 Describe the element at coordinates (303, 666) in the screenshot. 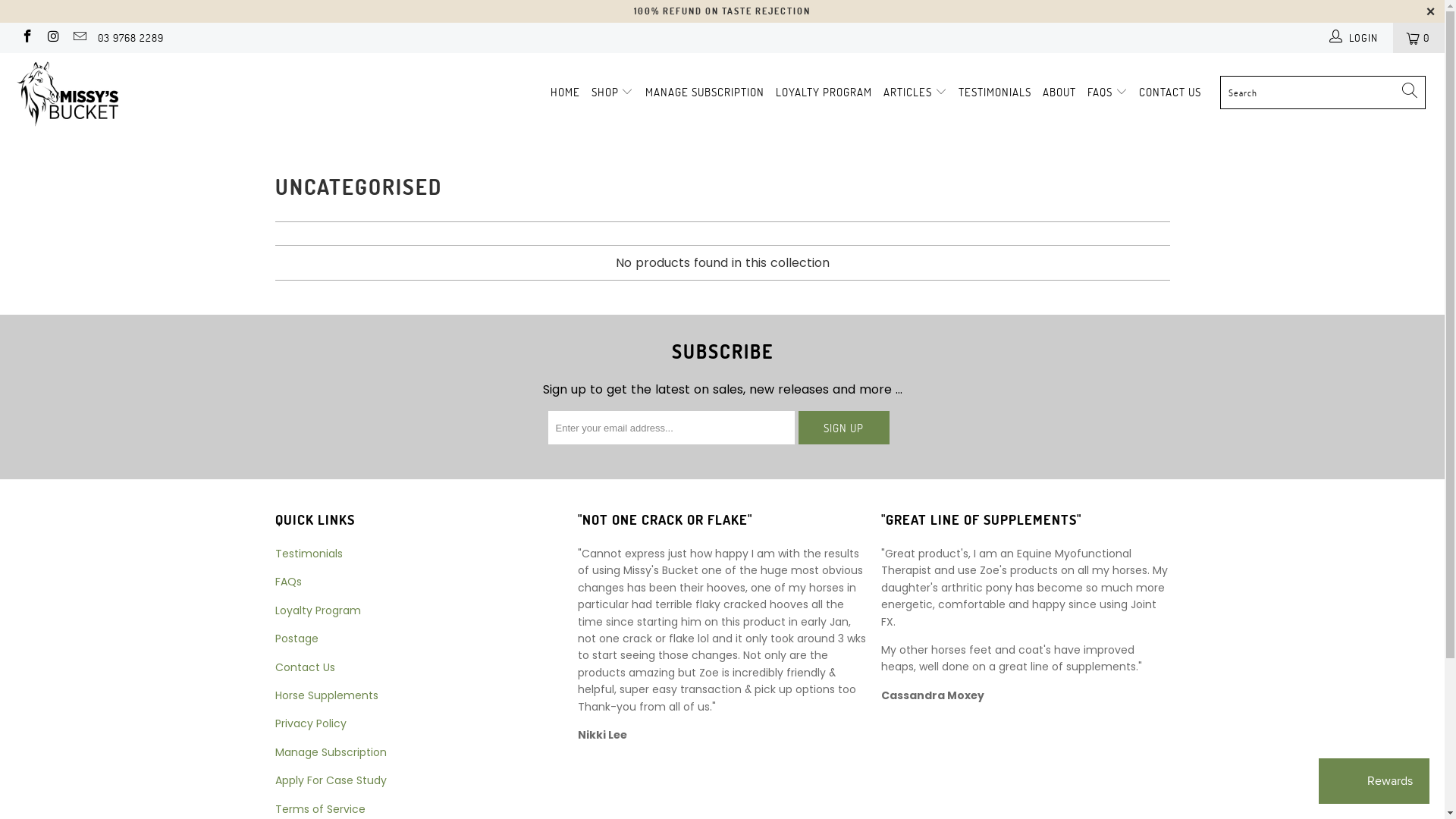

I see `'Contact Us'` at that location.